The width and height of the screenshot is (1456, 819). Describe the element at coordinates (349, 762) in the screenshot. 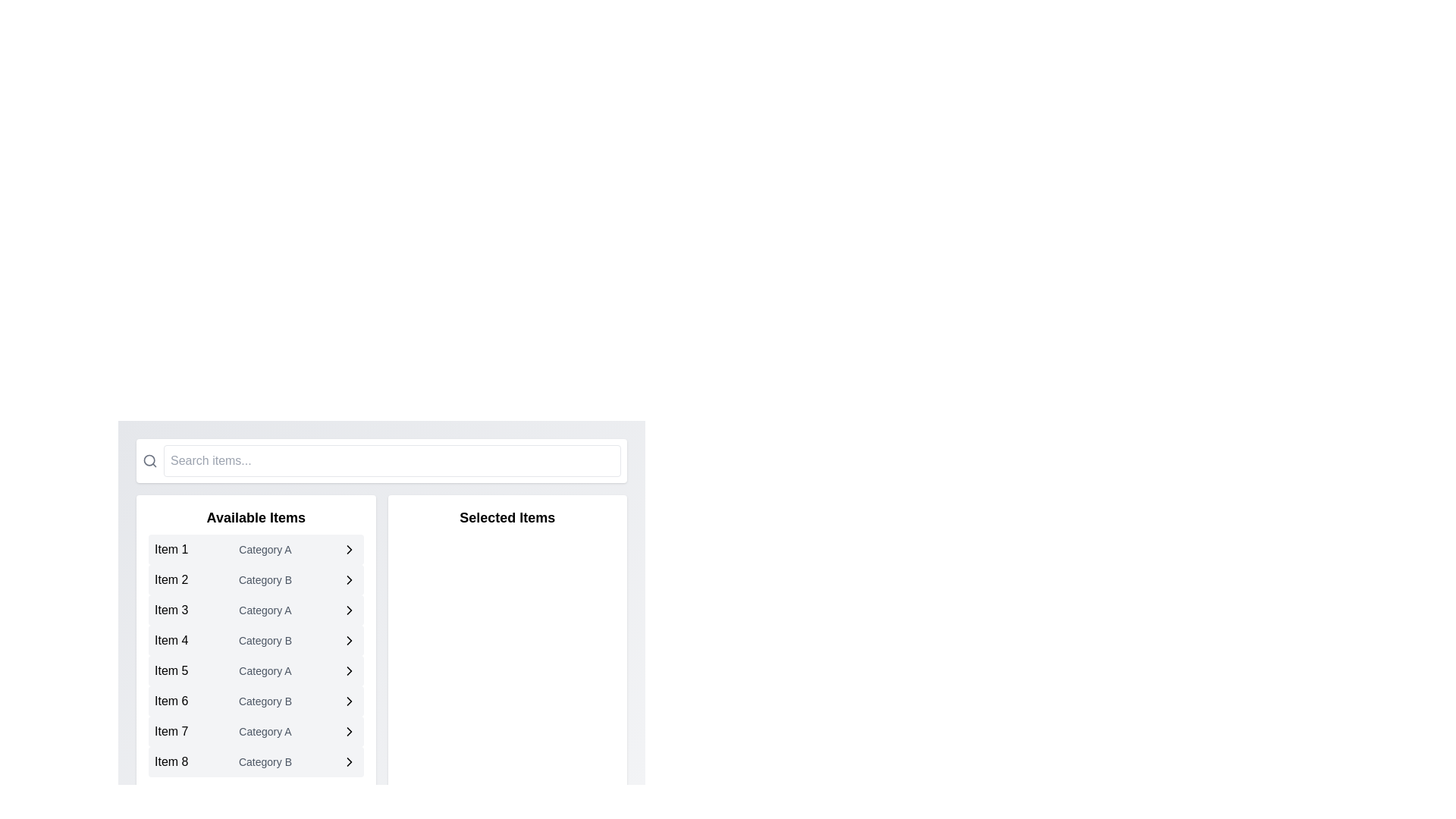

I see `the SVG chevron element located on the right side of the row labeled 'Item 8 Category B' under the 'Available Items' section` at that location.